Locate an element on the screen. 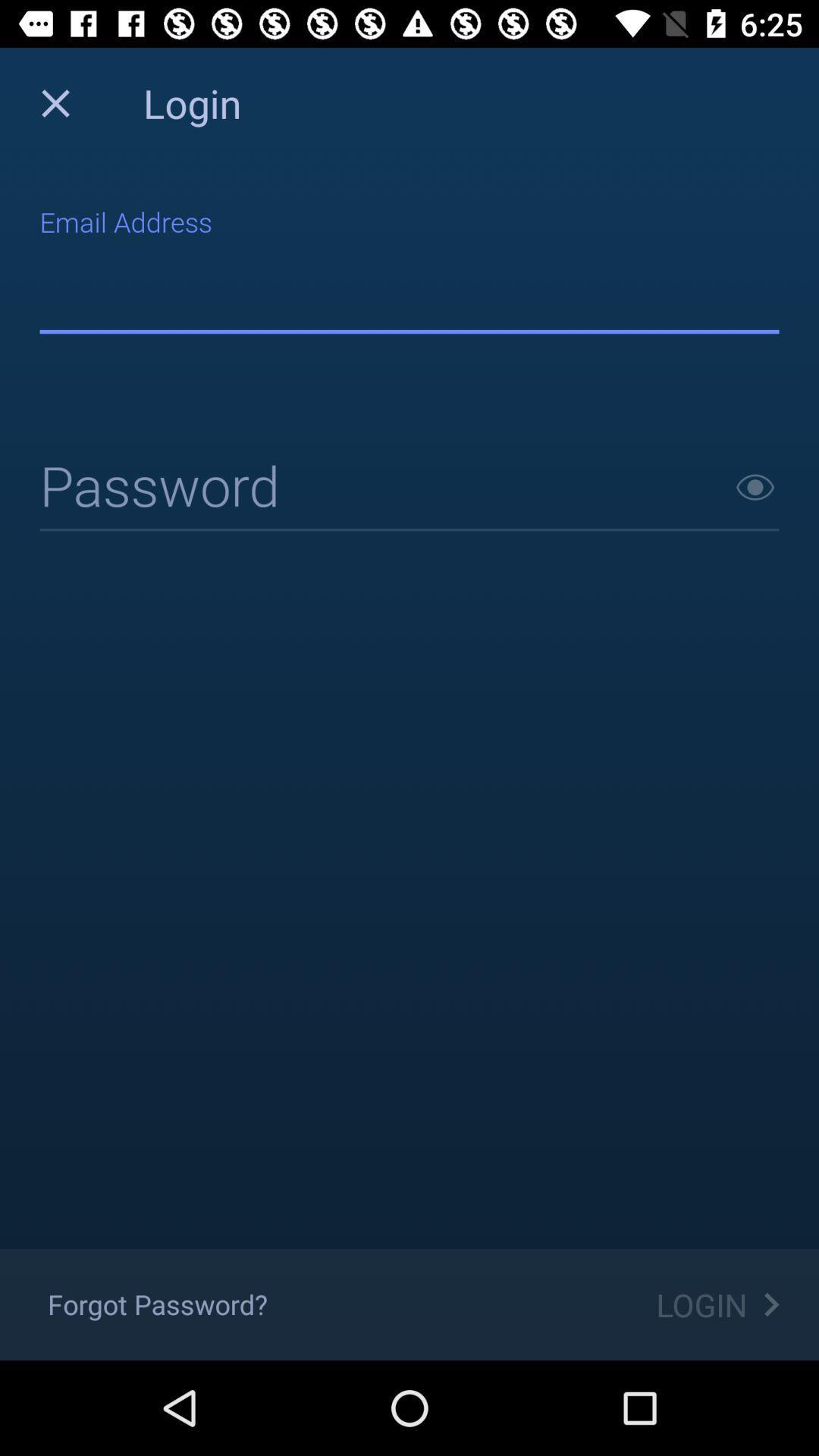  password input is located at coordinates (409, 488).